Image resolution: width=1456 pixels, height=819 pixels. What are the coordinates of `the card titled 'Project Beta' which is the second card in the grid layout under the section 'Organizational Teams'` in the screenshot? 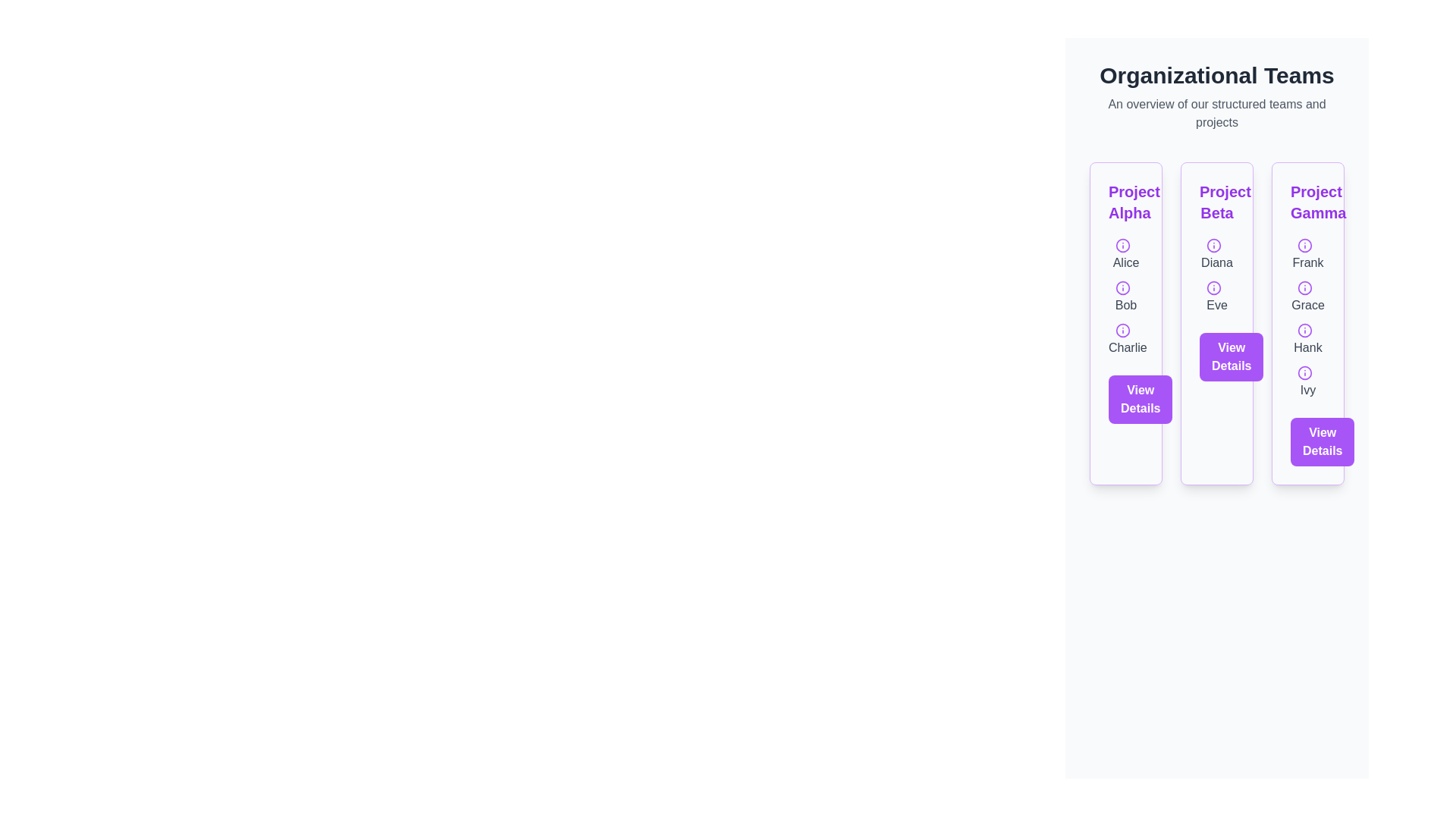 It's located at (1216, 323).